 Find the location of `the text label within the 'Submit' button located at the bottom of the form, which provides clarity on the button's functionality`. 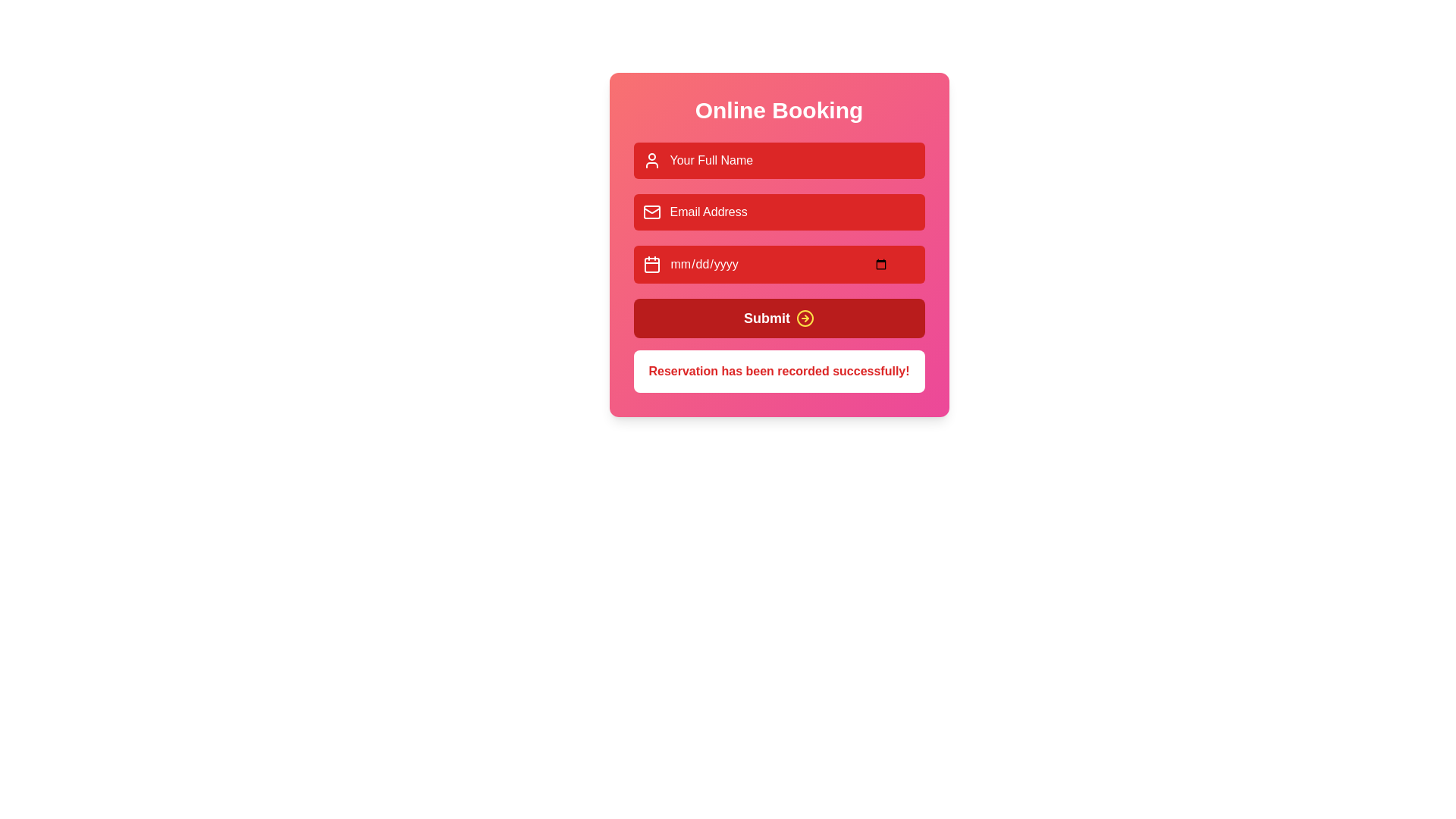

the text label within the 'Submit' button located at the bottom of the form, which provides clarity on the button's functionality is located at coordinates (767, 318).